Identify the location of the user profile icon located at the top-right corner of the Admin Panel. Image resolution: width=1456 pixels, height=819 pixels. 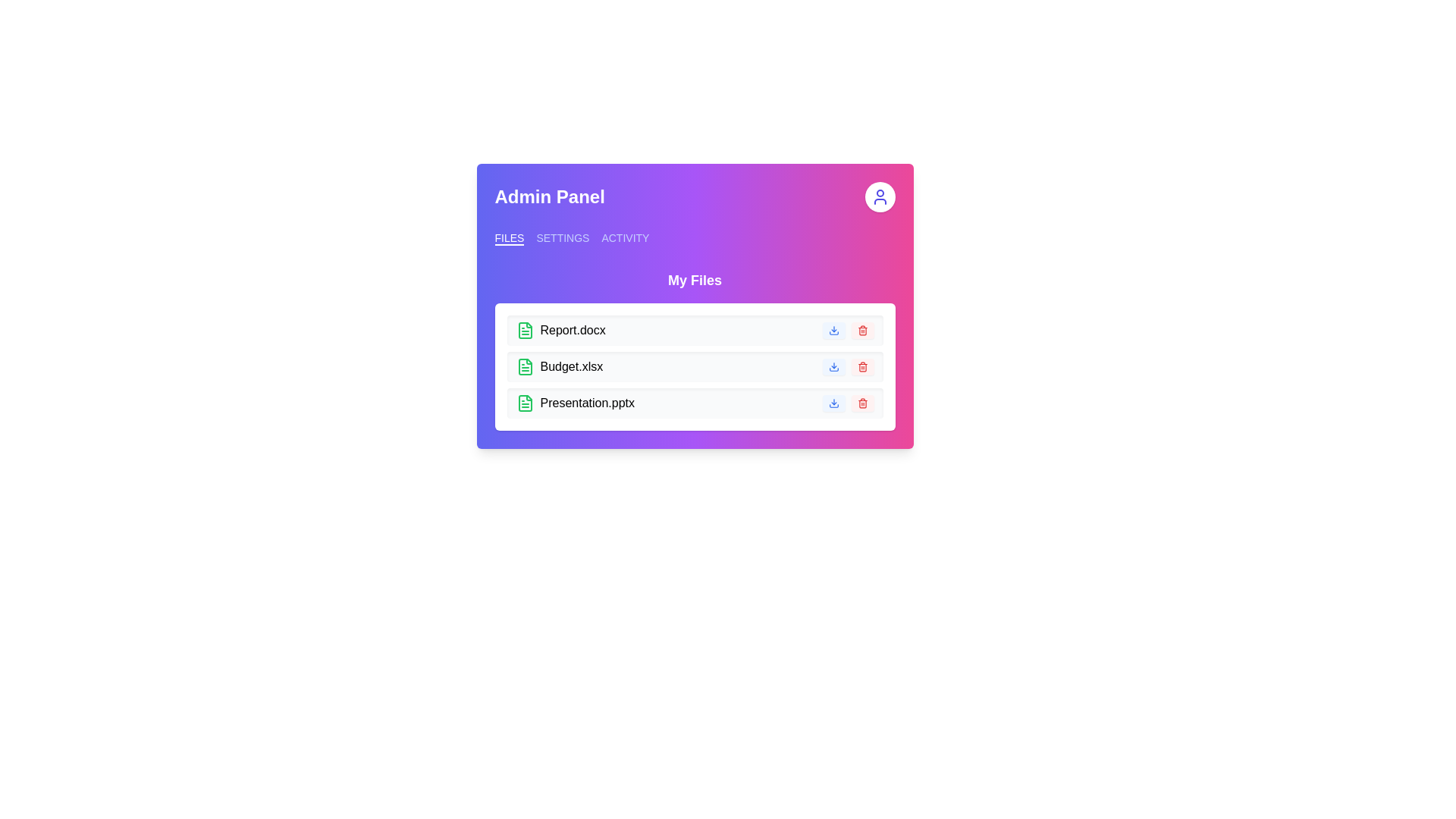
(880, 196).